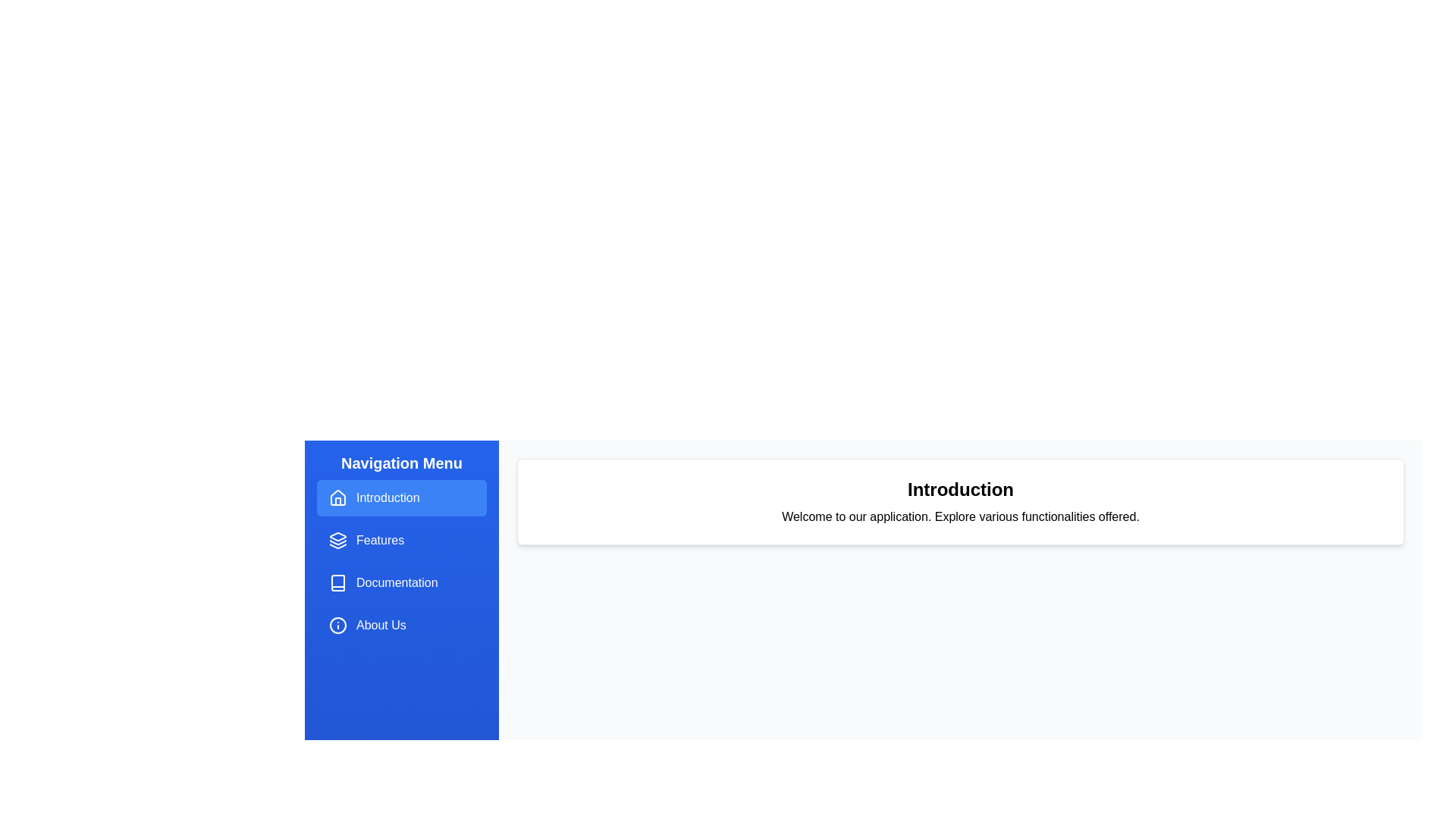  What do you see at coordinates (337, 626) in the screenshot?
I see `the small circular icon within the 'About Us' menu item in the vertical navigation menu on the left side of the interface` at bounding box center [337, 626].